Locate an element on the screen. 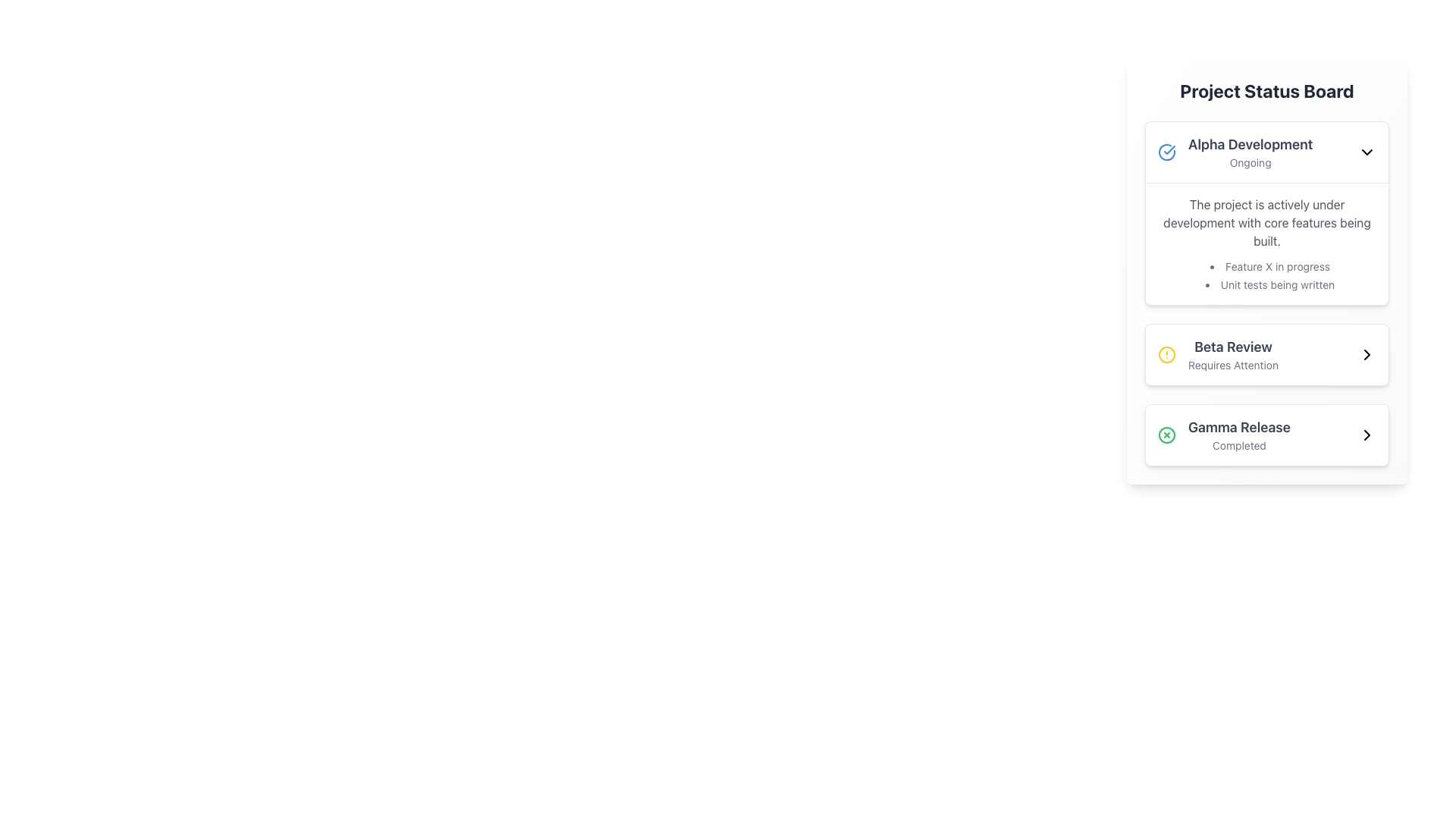 The width and height of the screenshot is (1456, 819). the 'Alpha Development' text display located in the top-left corner of the 'Project Status Board' section is located at coordinates (1250, 152).